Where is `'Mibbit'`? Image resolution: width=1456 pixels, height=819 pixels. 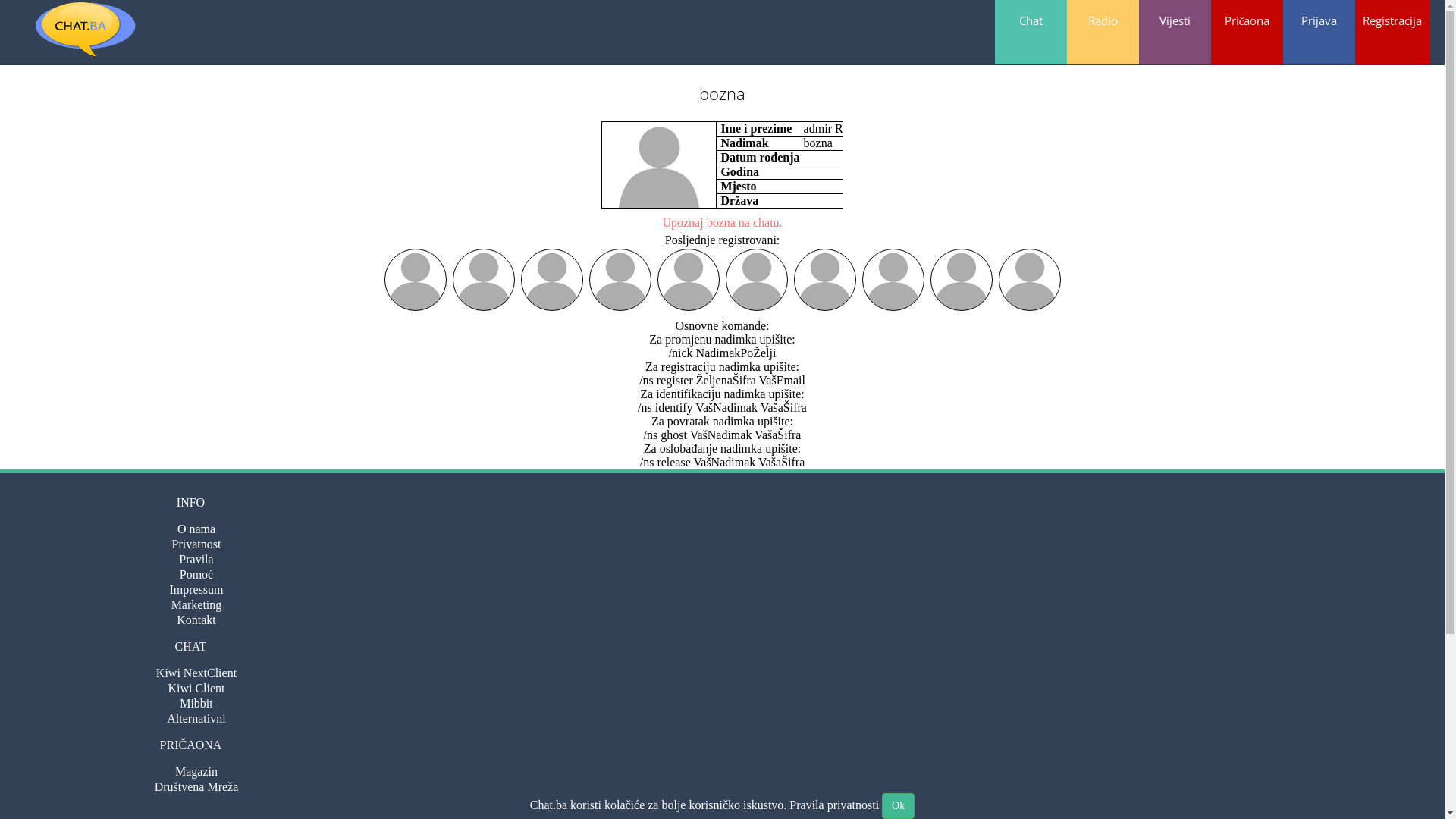 'Mibbit' is located at coordinates (196, 703).